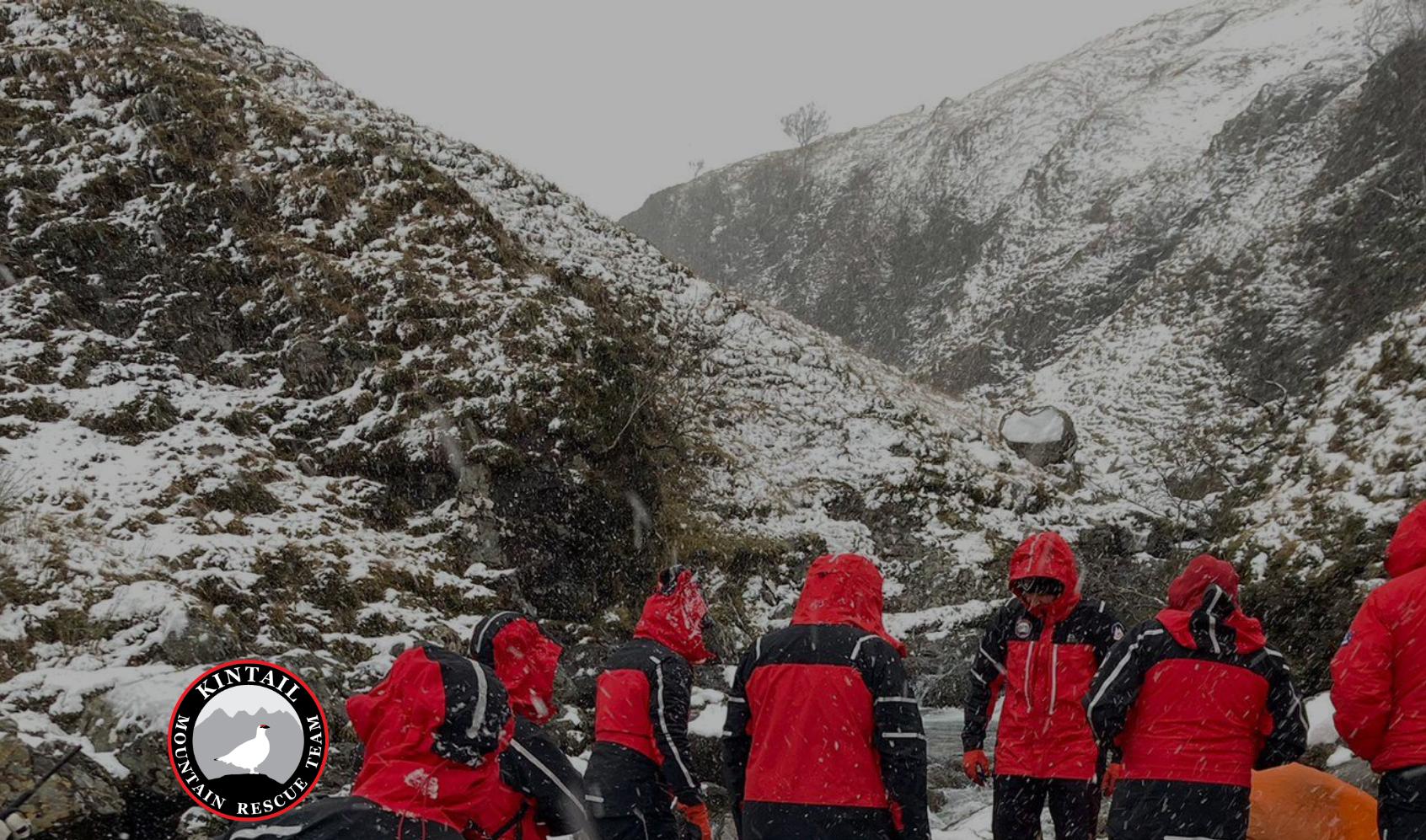 The width and height of the screenshot is (1426, 840). I want to click on '12/06/2023', so click(484, 613).